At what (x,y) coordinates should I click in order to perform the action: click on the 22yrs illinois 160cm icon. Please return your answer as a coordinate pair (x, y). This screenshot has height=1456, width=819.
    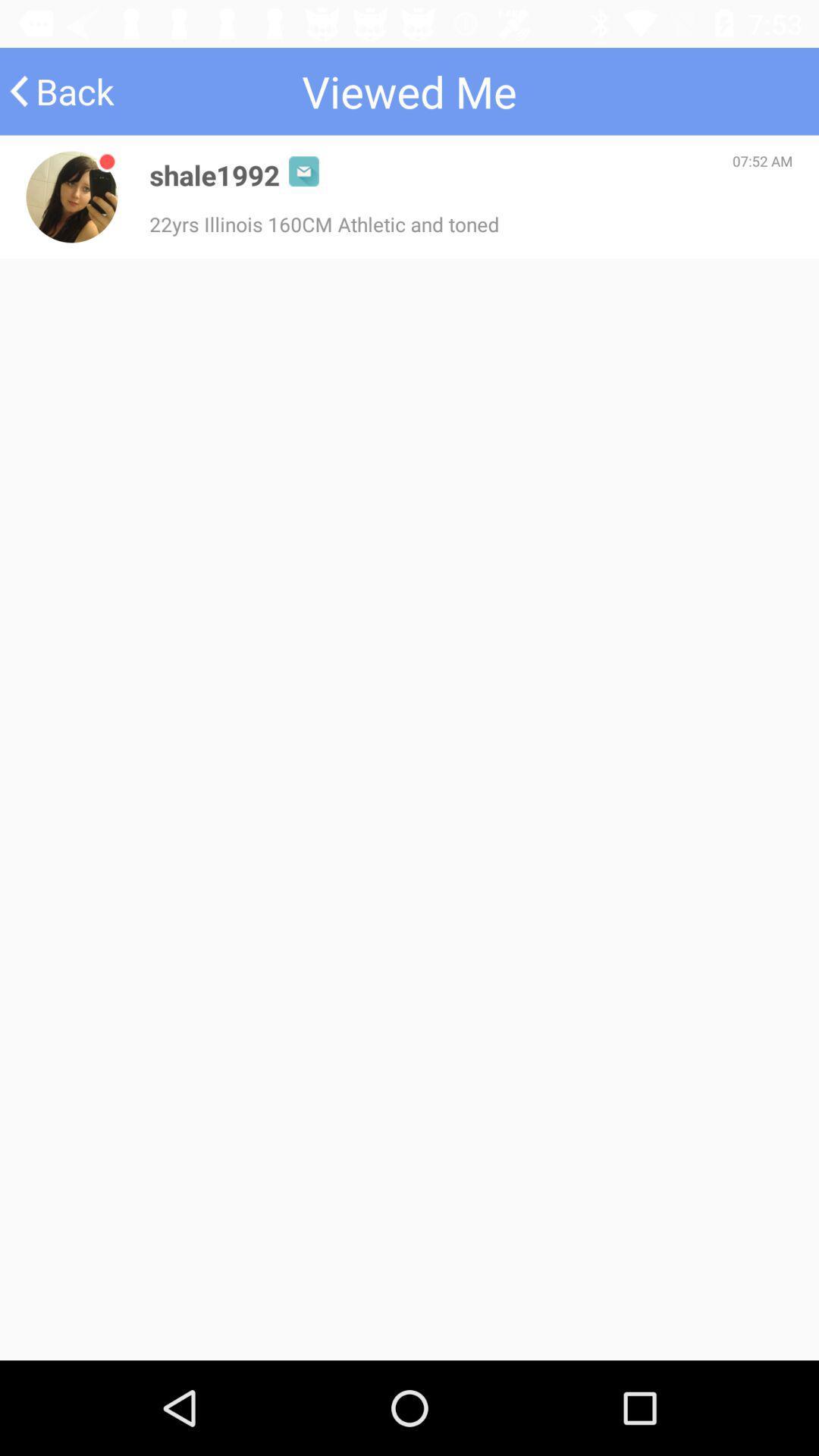
    Looking at the image, I should click on (323, 223).